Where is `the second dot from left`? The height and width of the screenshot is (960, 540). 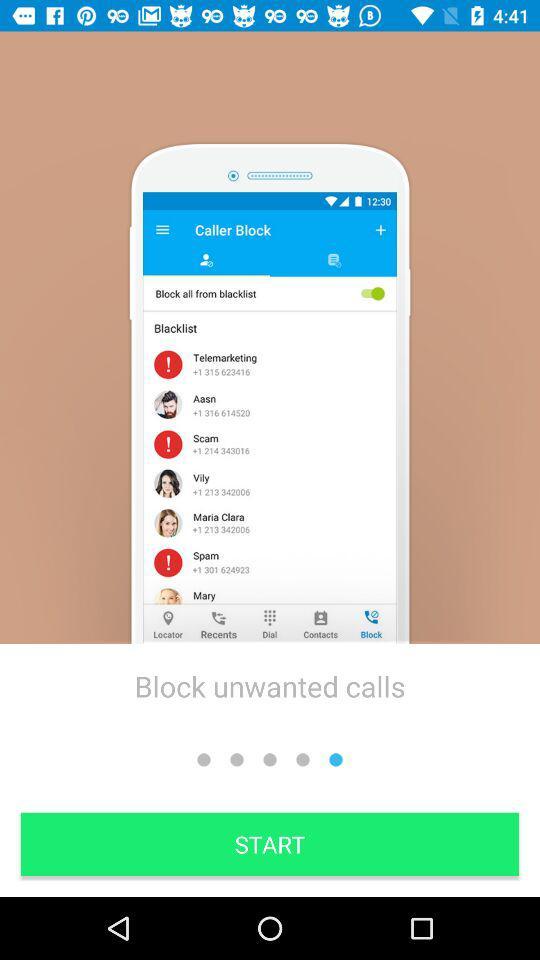
the second dot from left is located at coordinates (237, 759).